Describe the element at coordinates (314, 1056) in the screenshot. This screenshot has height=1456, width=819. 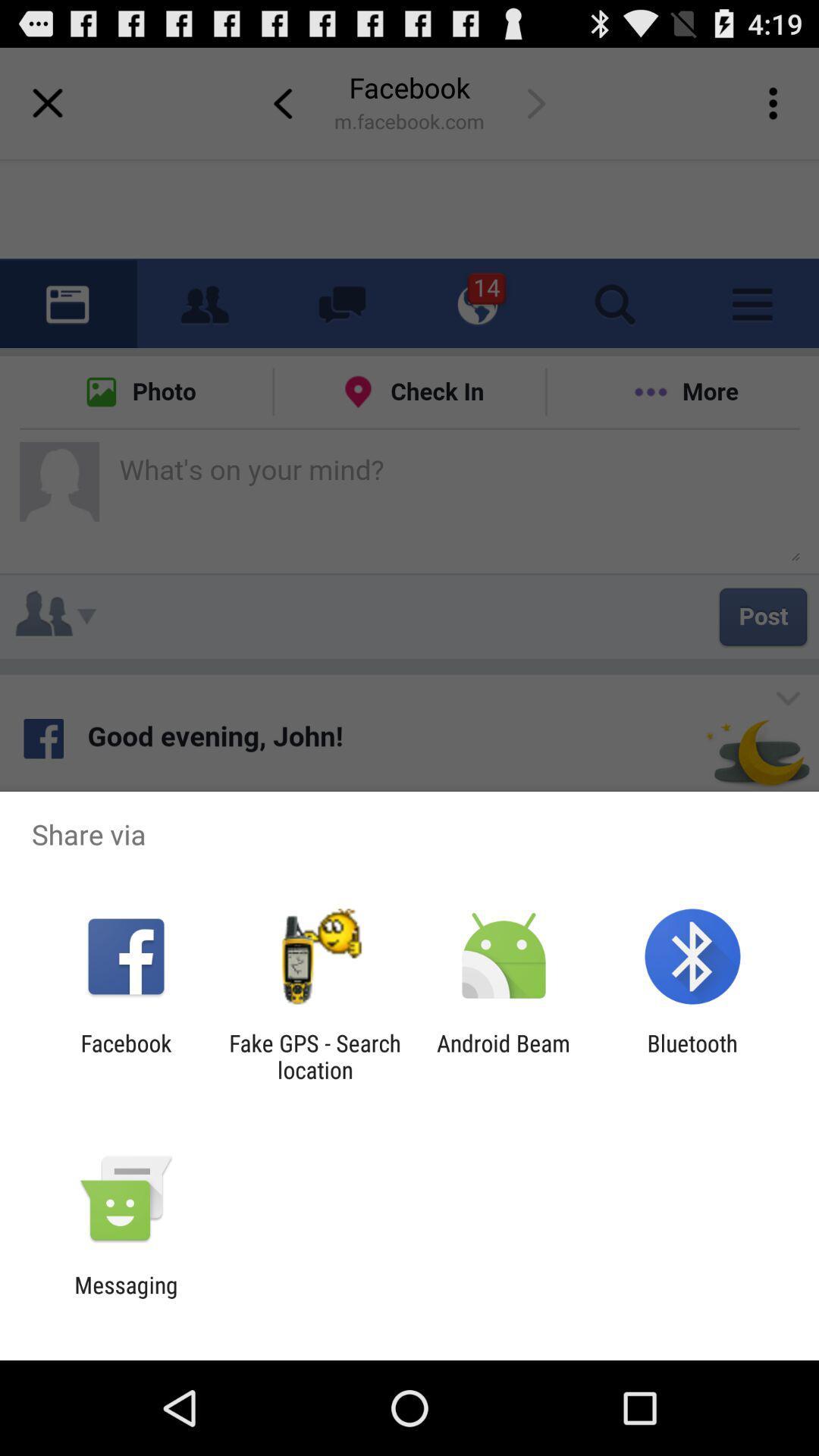
I see `icon to the right of the facebook app` at that location.